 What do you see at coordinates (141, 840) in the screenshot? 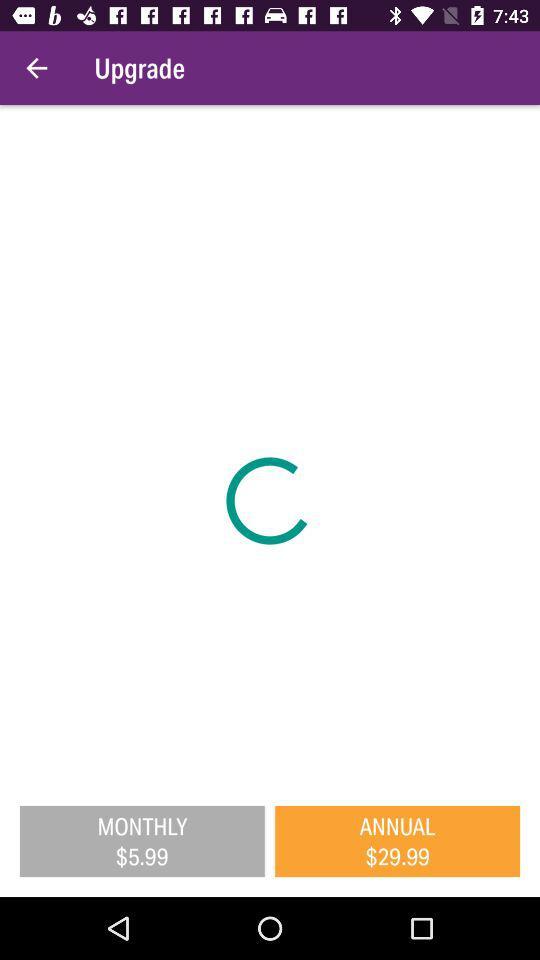
I see `the monthly` at bounding box center [141, 840].